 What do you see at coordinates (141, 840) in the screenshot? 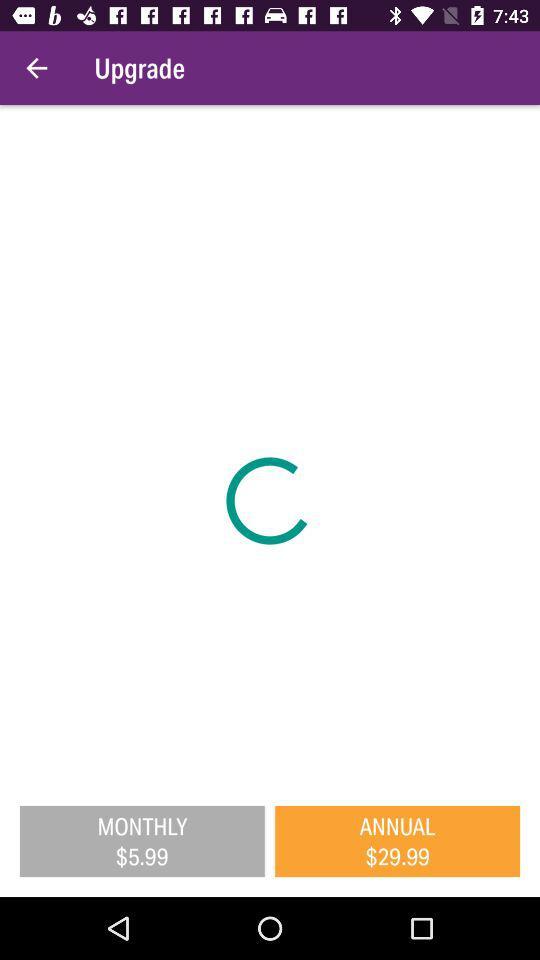
I see `the monthly` at bounding box center [141, 840].